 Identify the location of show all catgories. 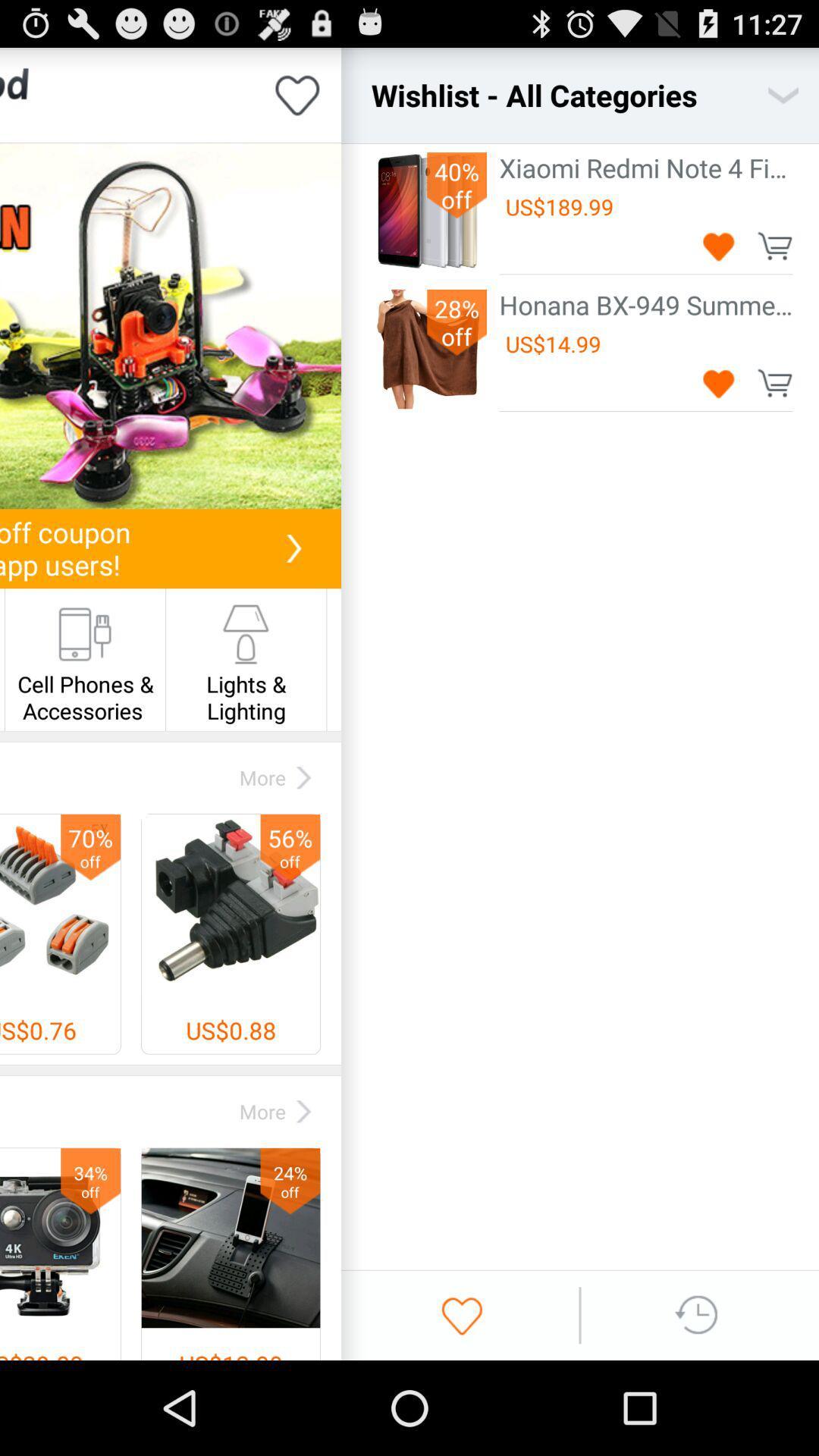
(783, 94).